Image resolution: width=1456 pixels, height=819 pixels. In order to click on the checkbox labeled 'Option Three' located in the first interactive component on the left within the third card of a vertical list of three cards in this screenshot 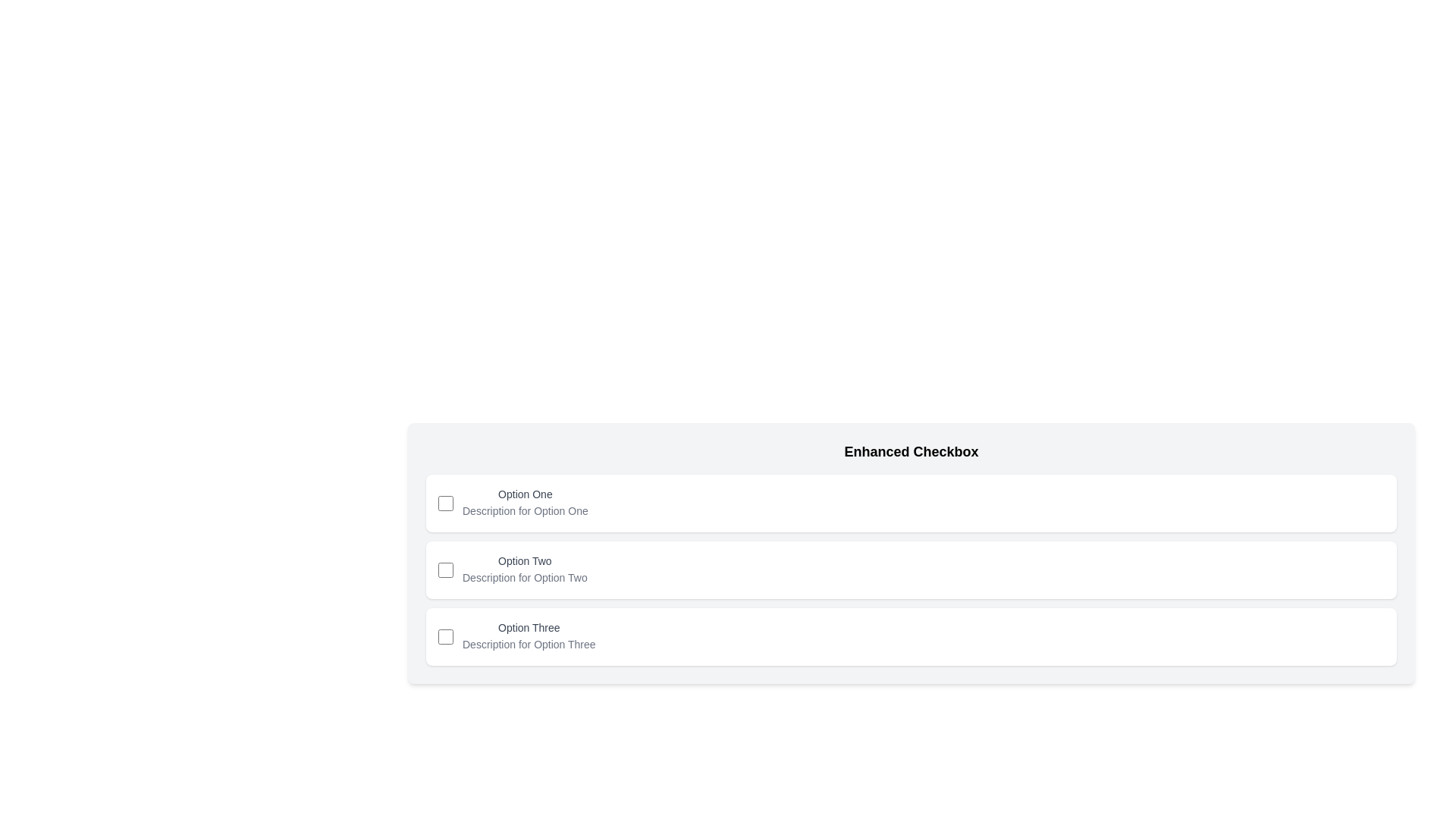, I will do `click(445, 637)`.